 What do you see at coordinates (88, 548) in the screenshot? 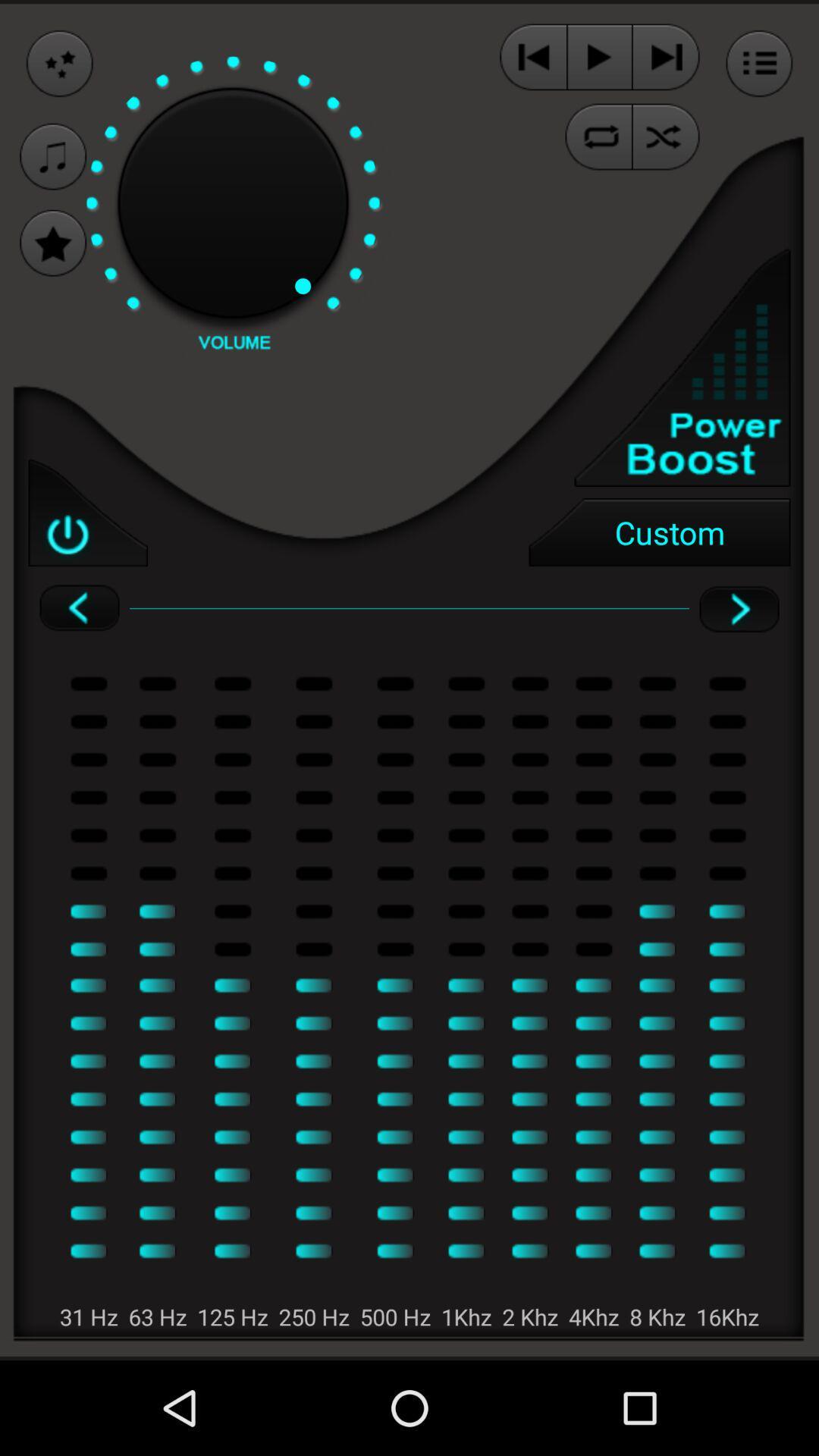
I see `the power icon` at bounding box center [88, 548].